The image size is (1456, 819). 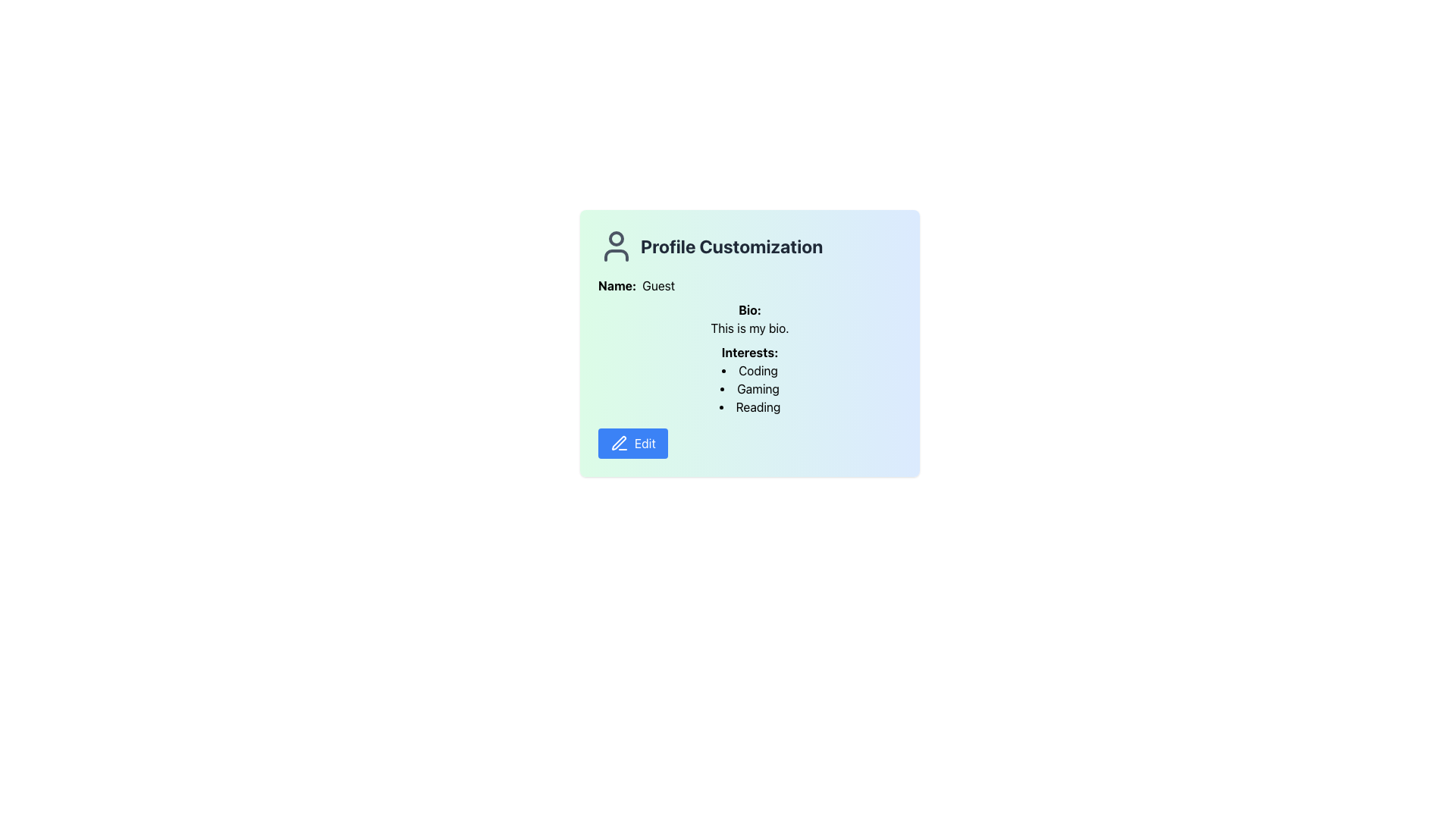 I want to click on the bold-text label 'Bio:' positioned at the top center of the profile customization interface, above the text 'This is my bio.', so click(x=749, y=309).